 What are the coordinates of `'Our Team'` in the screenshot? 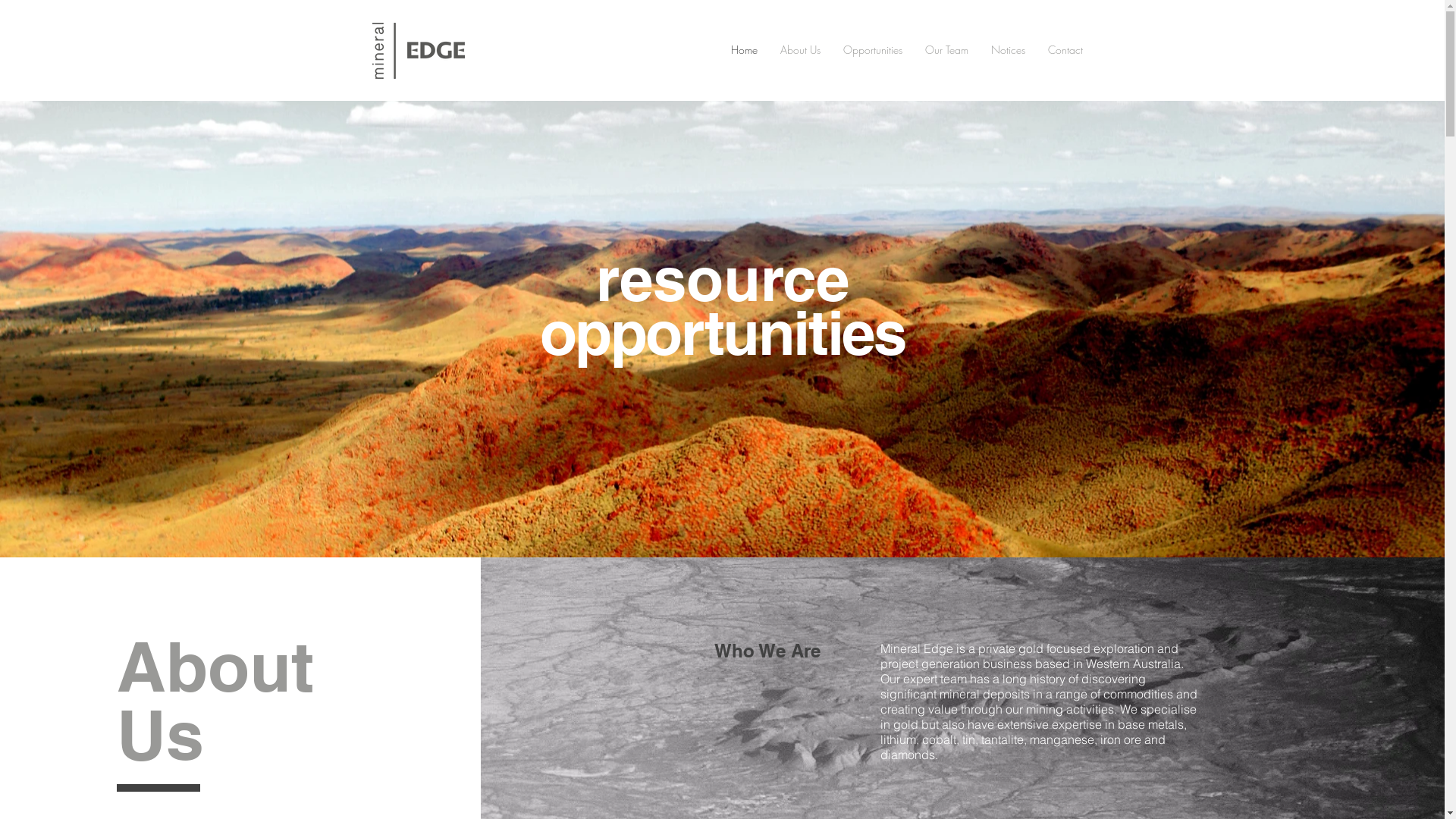 It's located at (945, 49).